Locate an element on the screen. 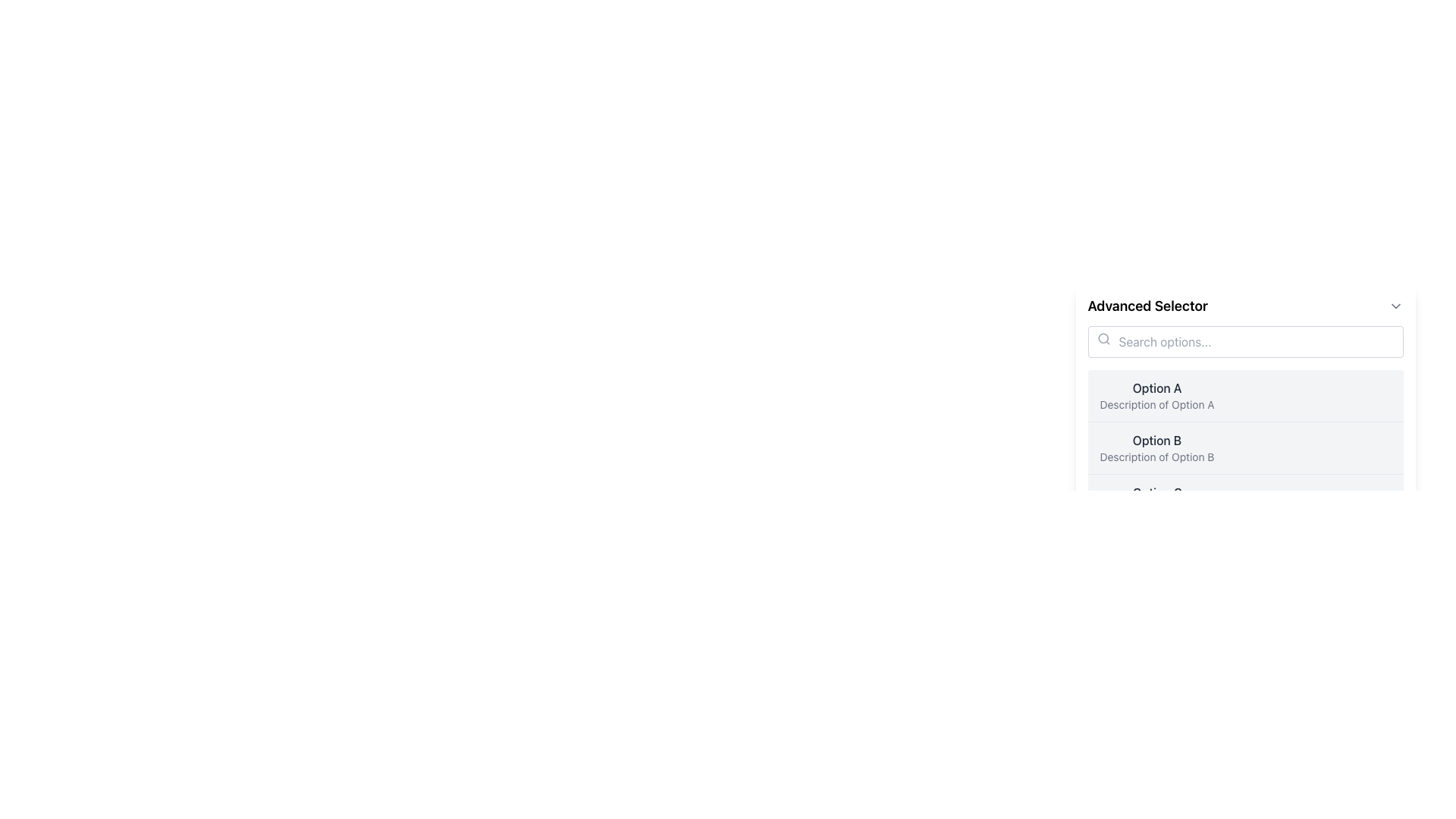  the text label displaying 'Option B', which is styled in dark gray and positioned below 'Option A' in the 'Advanced Selector' section is located at coordinates (1156, 441).